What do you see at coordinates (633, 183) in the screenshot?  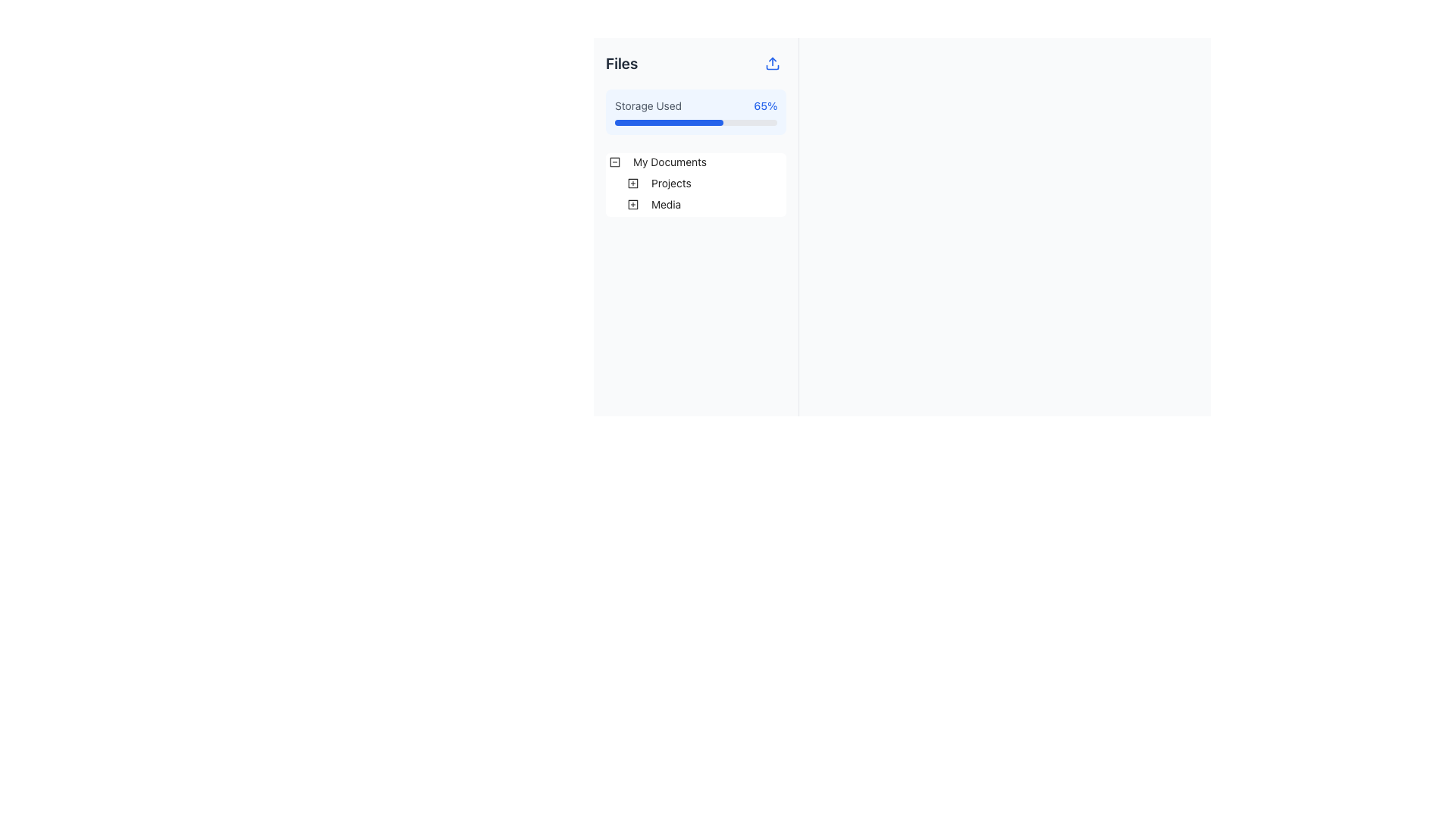 I see `the interactive expander icon, which is a small square icon styled as a plus symbol located` at bounding box center [633, 183].